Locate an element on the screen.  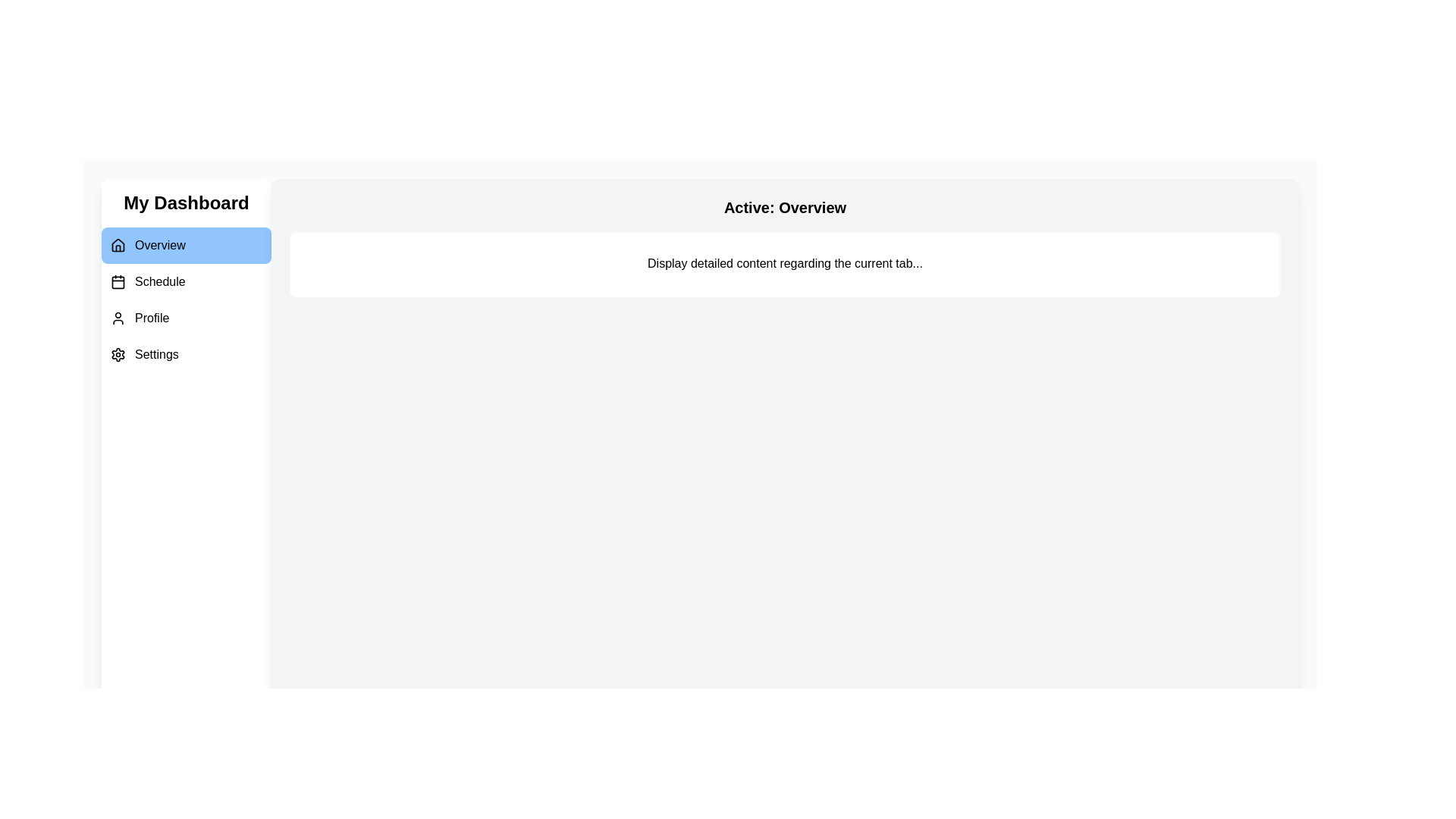
the Profile tab is located at coordinates (185, 318).